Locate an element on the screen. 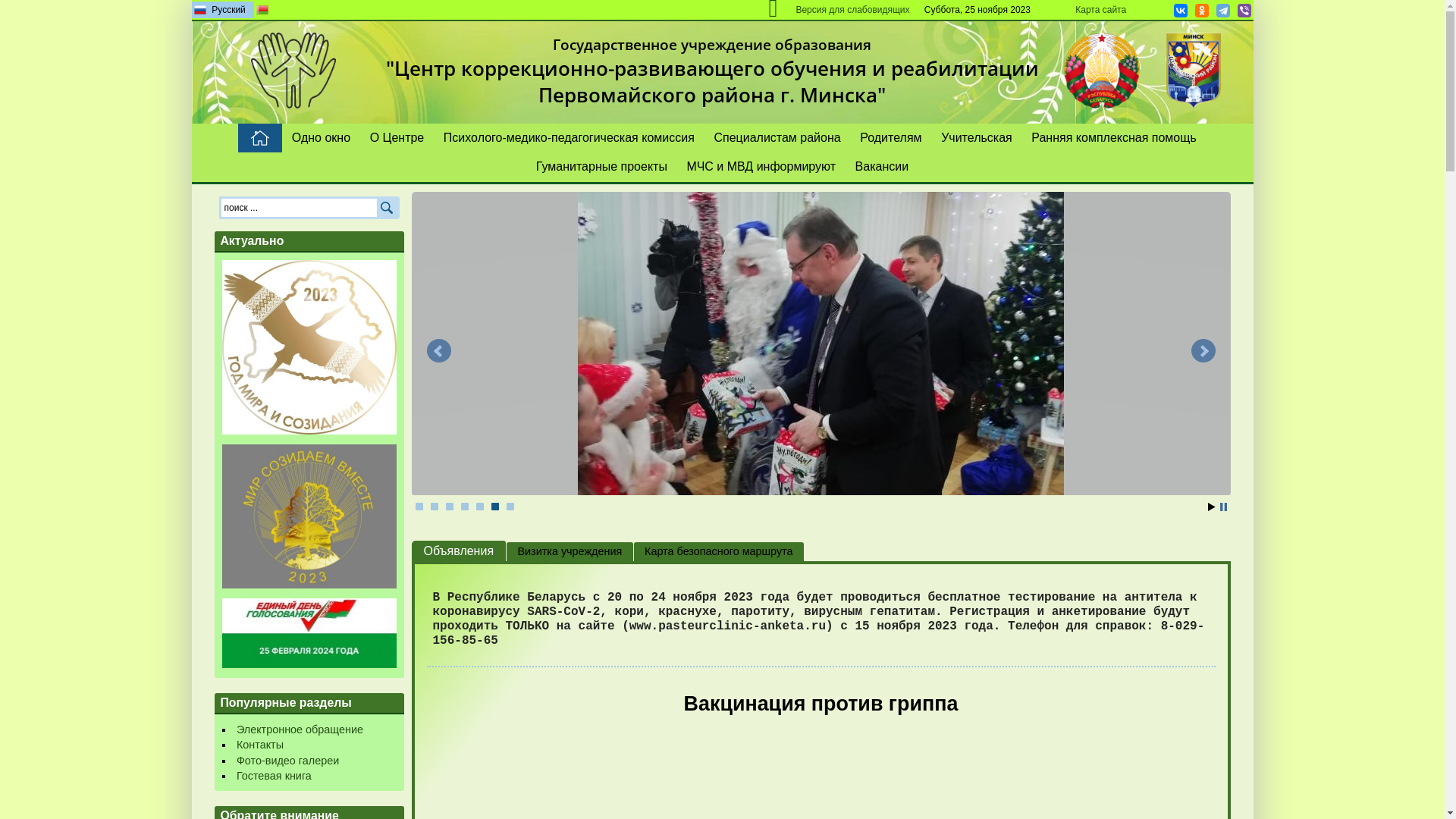  '2' is located at coordinates (433, 506).